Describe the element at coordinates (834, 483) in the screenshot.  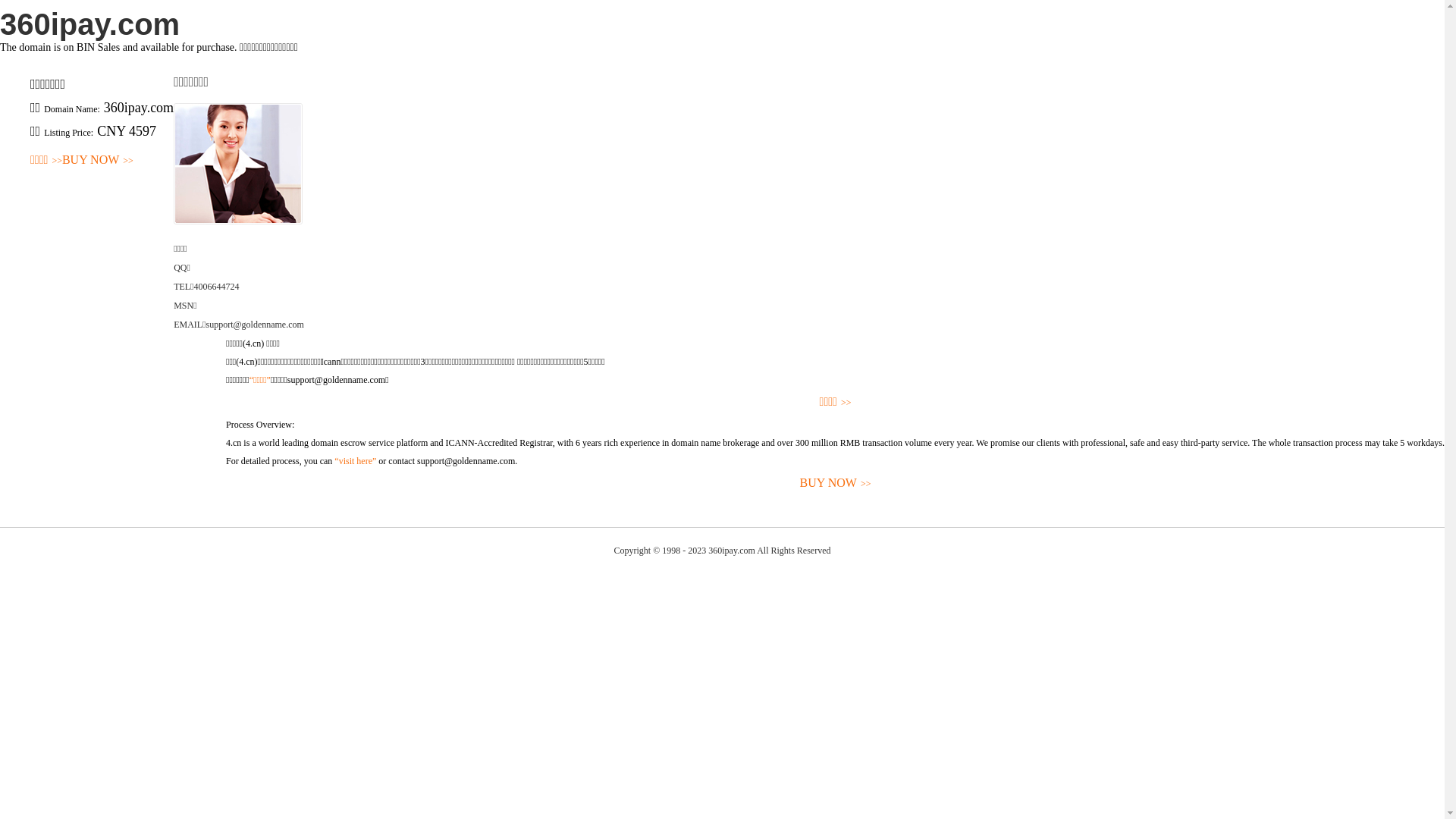
I see `'BUY NOW>>'` at that location.